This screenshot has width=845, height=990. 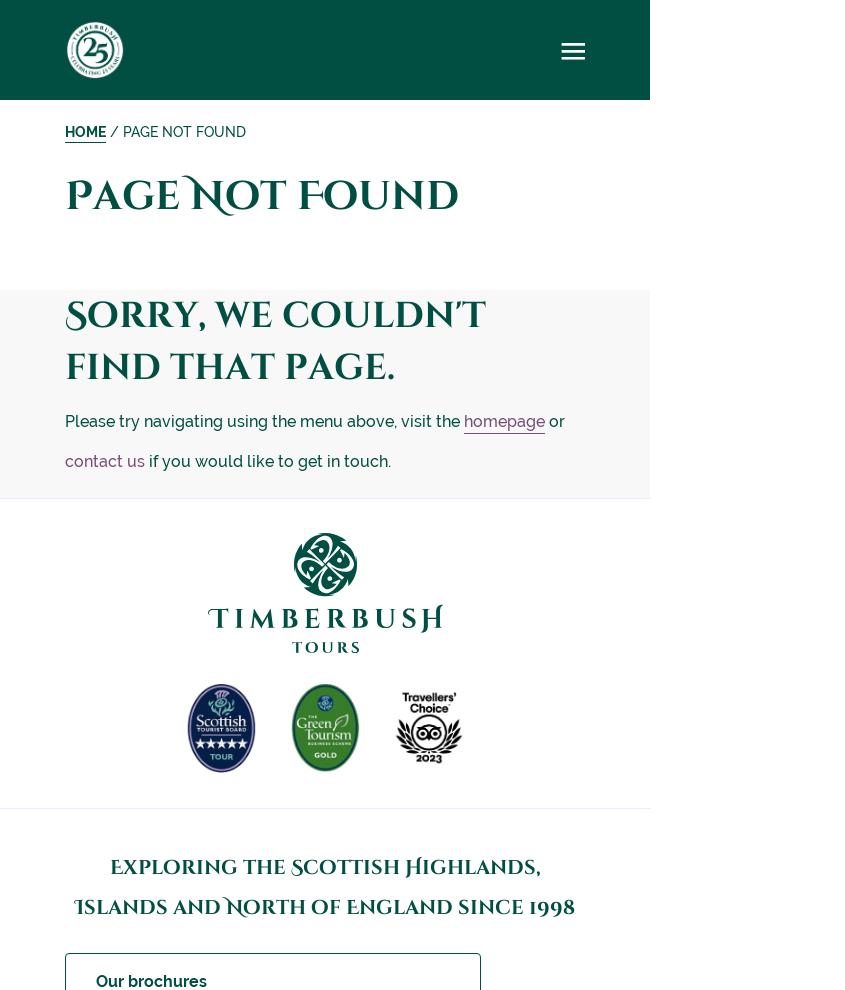 What do you see at coordinates (84, 130) in the screenshot?
I see `'Home'` at bounding box center [84, 130].